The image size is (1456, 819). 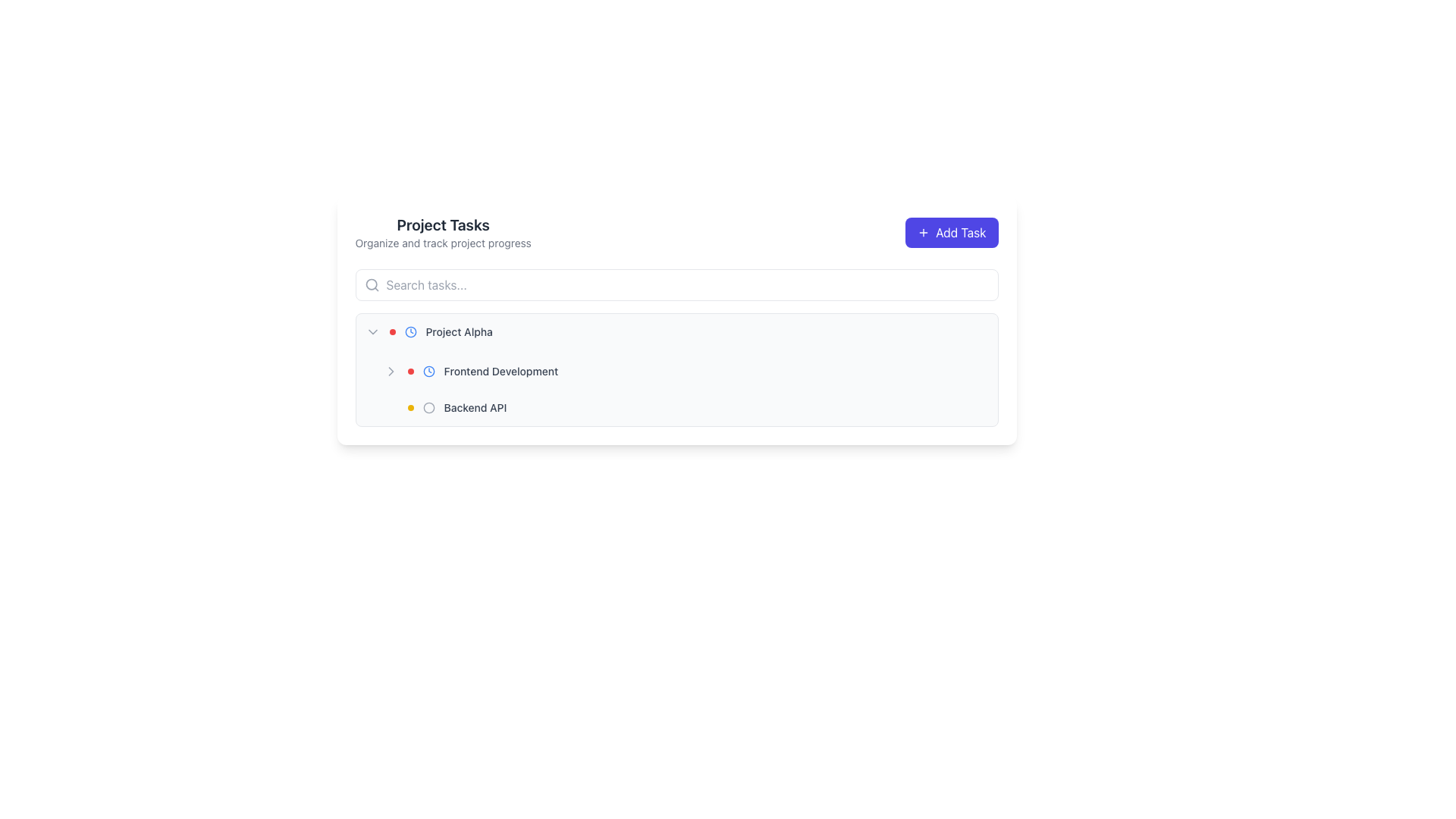 I want to click on the context of the text label displaying 'Backend API' which is the third task item under 'Frontend Development' in the task list interface, so click(x=475, y=406).